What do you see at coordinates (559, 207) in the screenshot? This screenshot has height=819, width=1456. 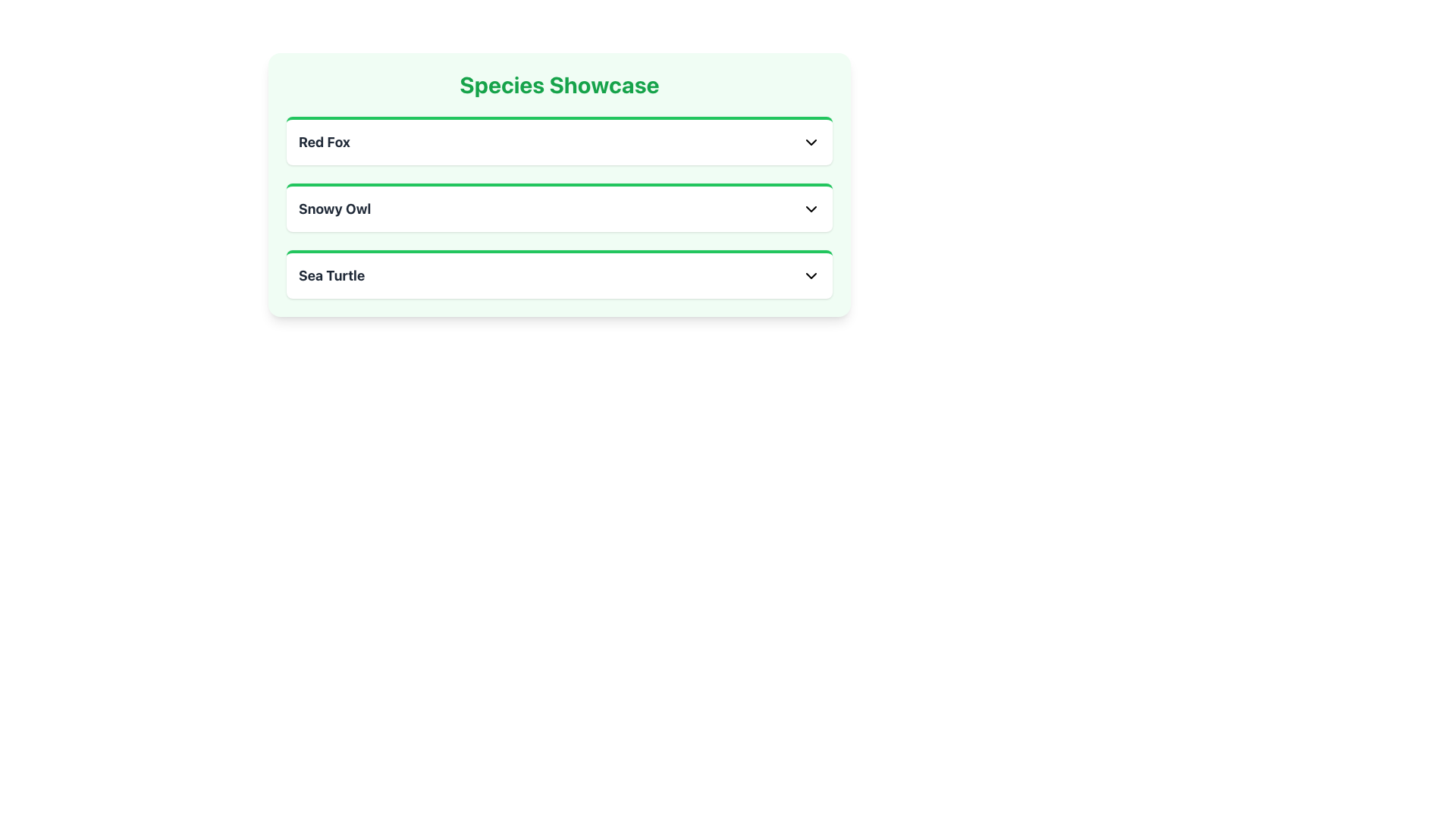 I see `the 'Snowy Owl' interactive card located in the center of the 'Species Showcase' box for further interaction` at bounding box center [559, 207].